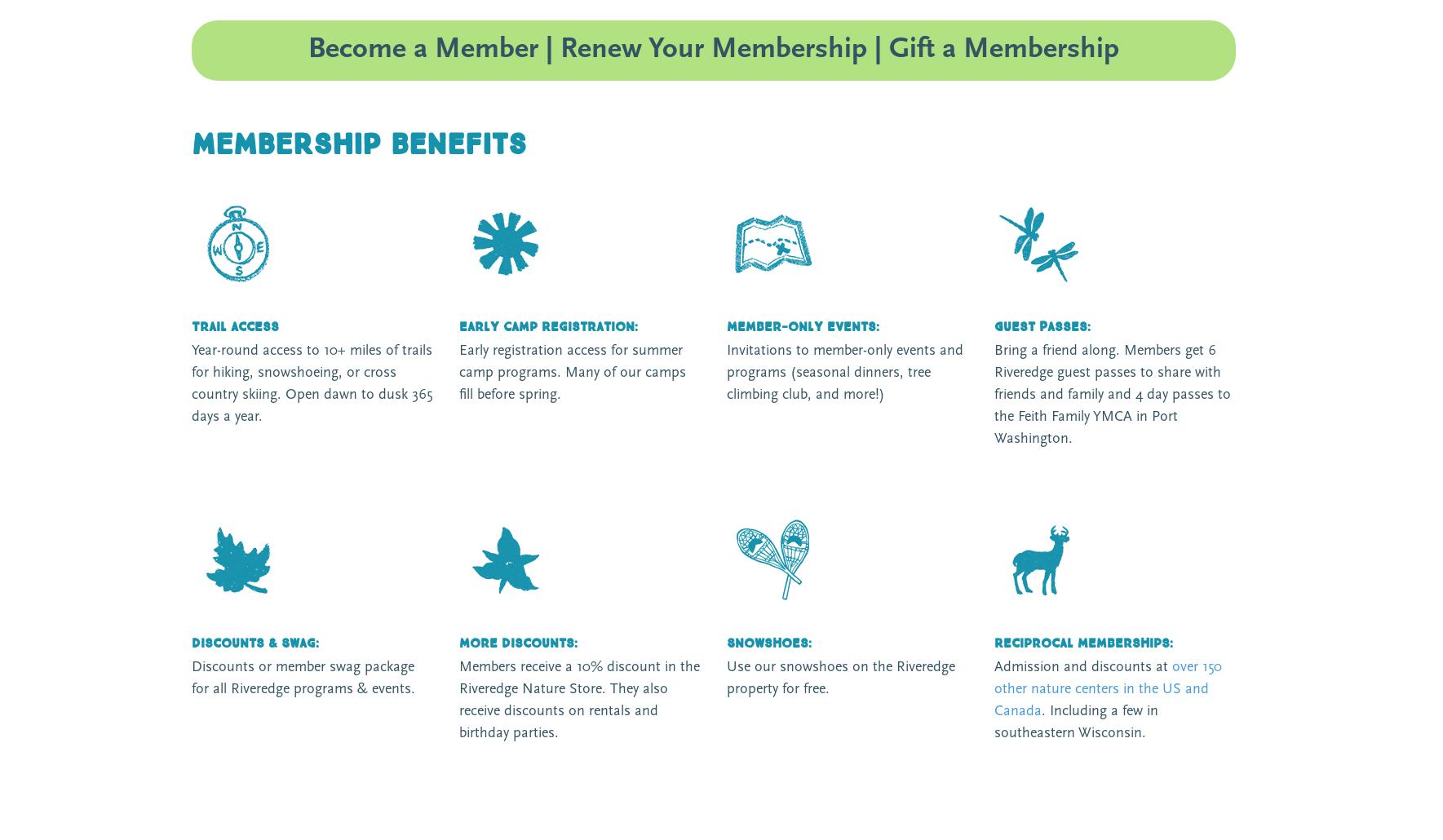 This screenshot has width=1443, height=840. What do you see at coordinates (311, 383) in the screenshot?
I see `'Year-round access to 10+ miles of trails for hiking, snowshoeing, or cross country skiing. Open dawn to dusk 365 days a year.'` at bounding box center [311, 383].